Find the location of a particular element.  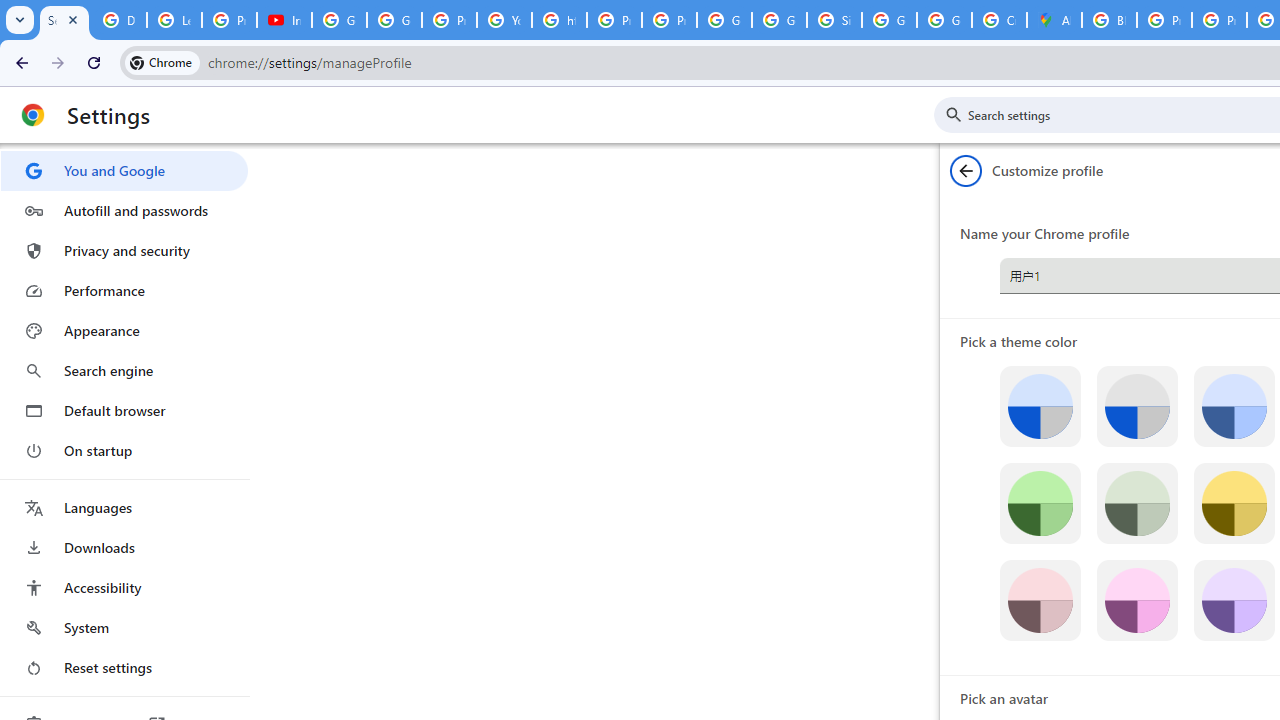

'You and Google' is located at coordinates (123, 170).